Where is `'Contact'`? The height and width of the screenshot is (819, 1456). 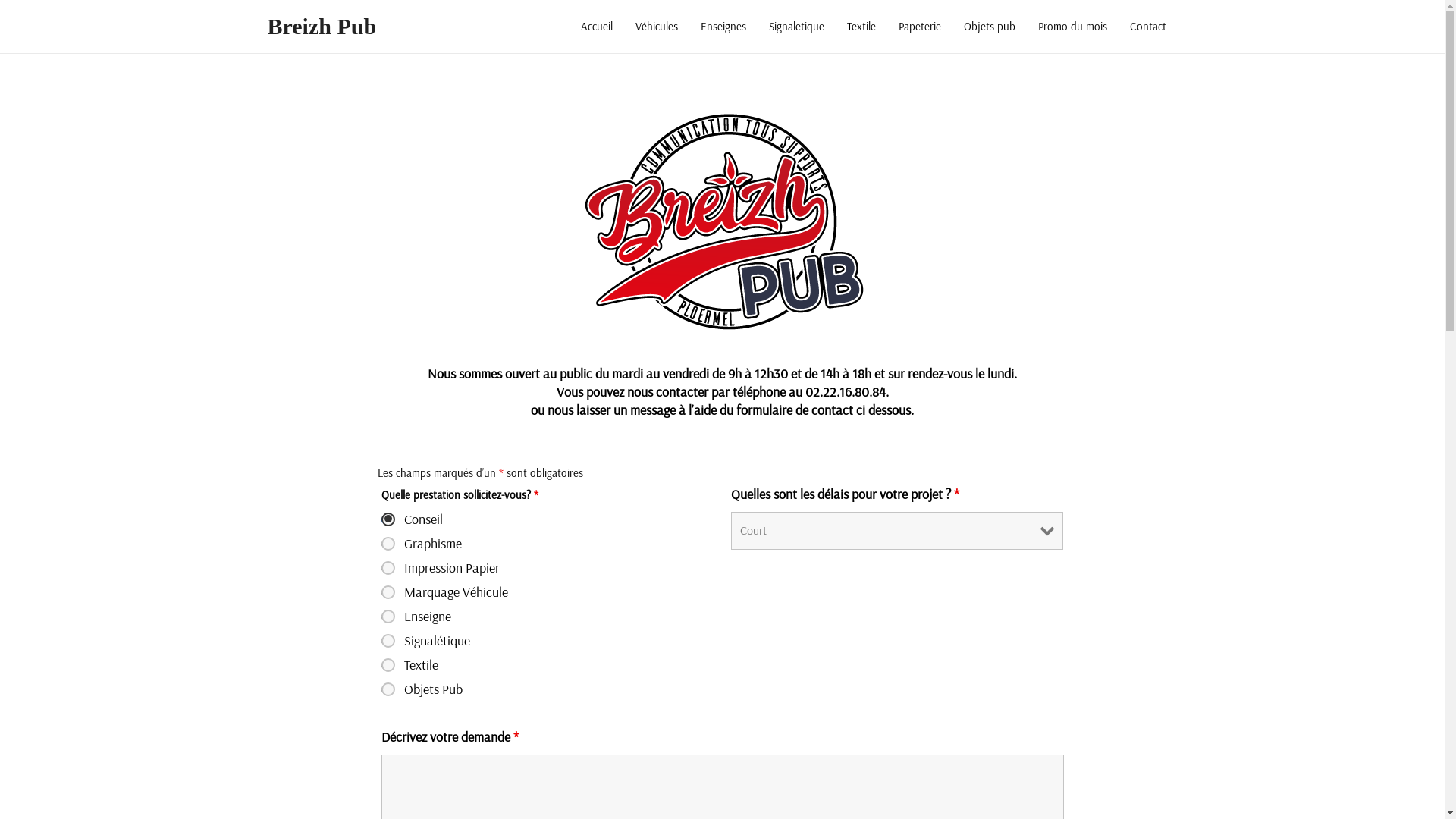 'Contact' is located at coordinates (1147, 26).